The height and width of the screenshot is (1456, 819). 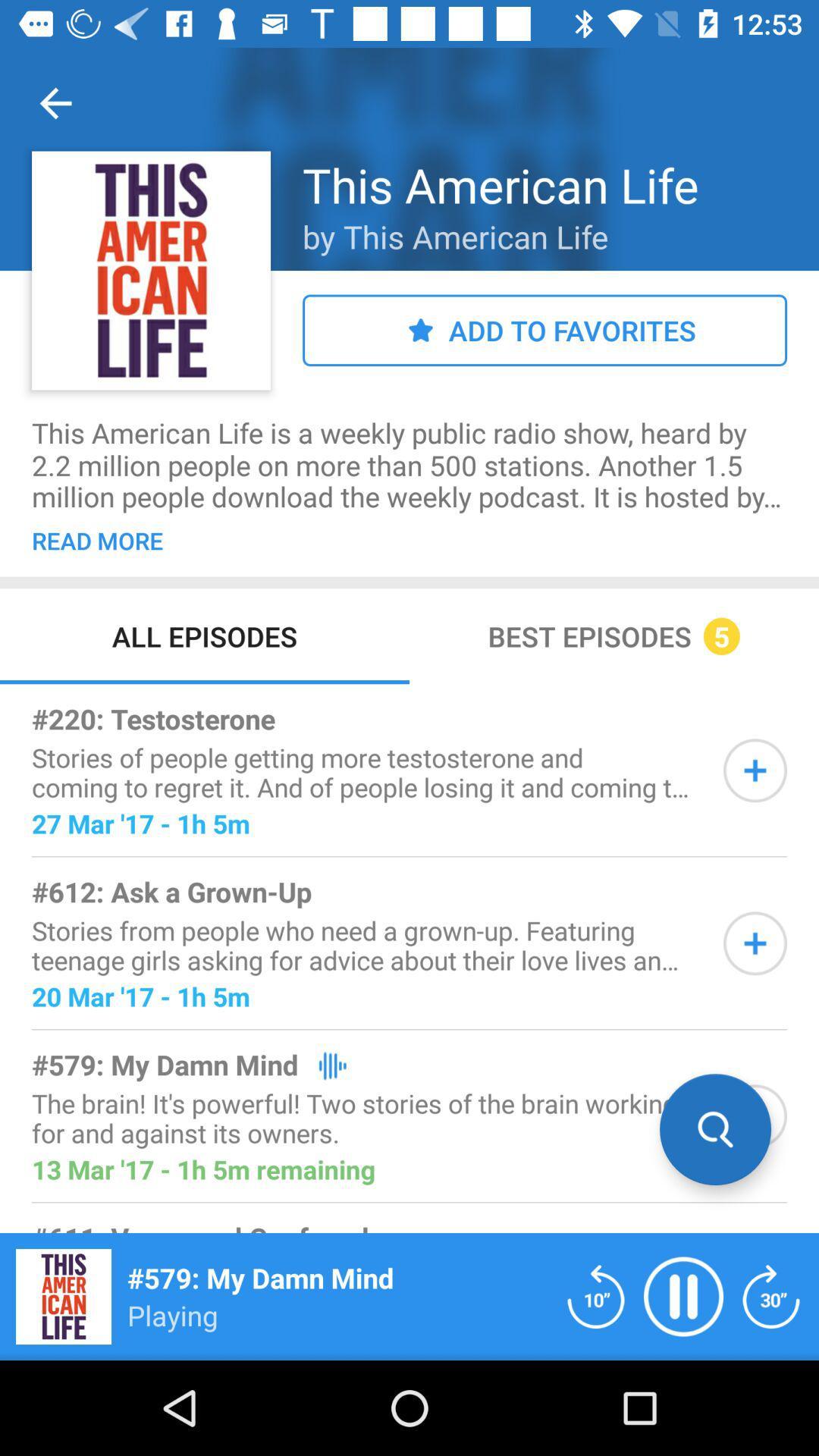 What do you see at coordinates (755, 1116) in the screenshot?
I see `searching the wanted information` at bounding box center [755, 1116].